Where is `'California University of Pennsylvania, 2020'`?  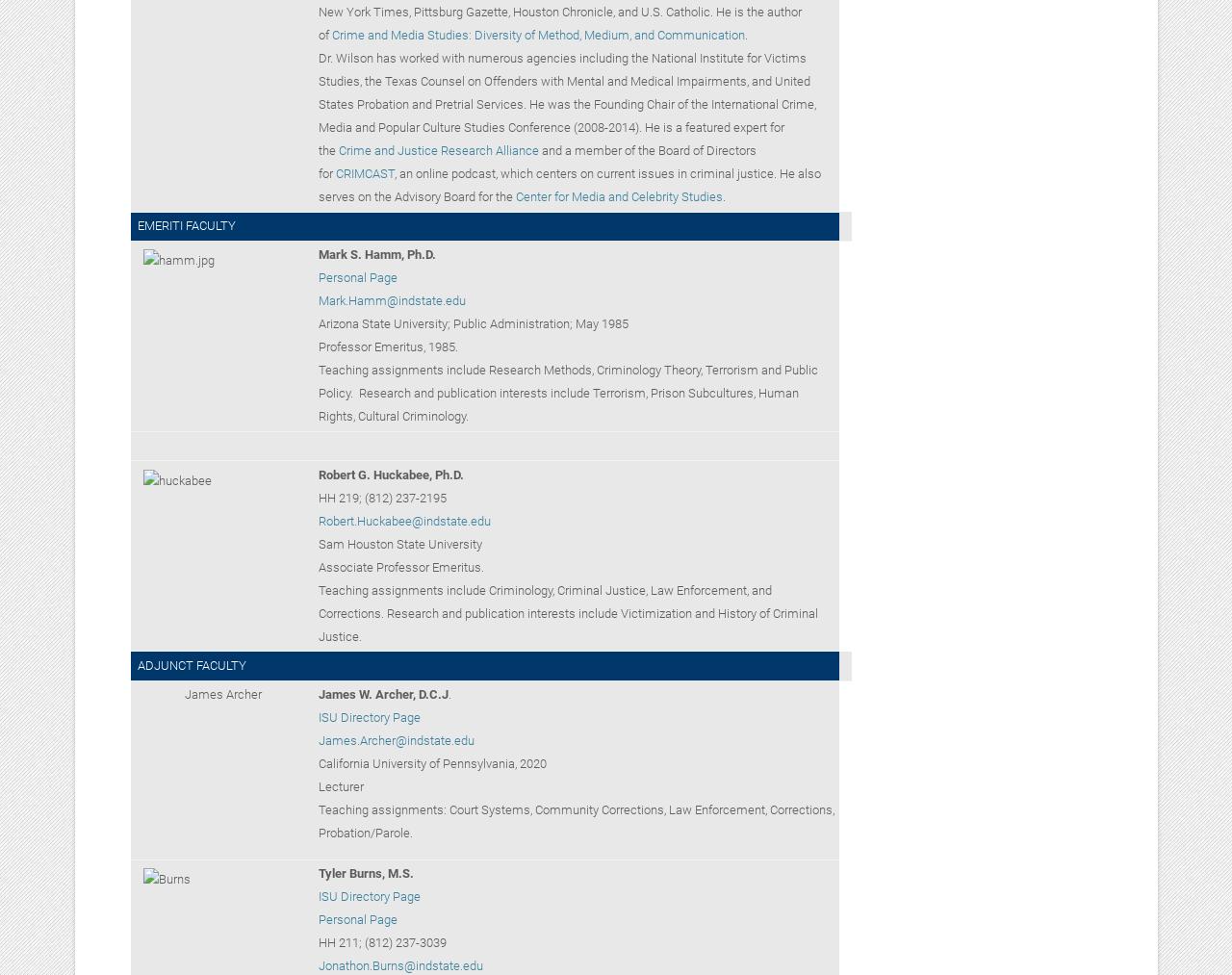
'California University of Pennsylvania, 2020' is located at coordinates (430, 763).